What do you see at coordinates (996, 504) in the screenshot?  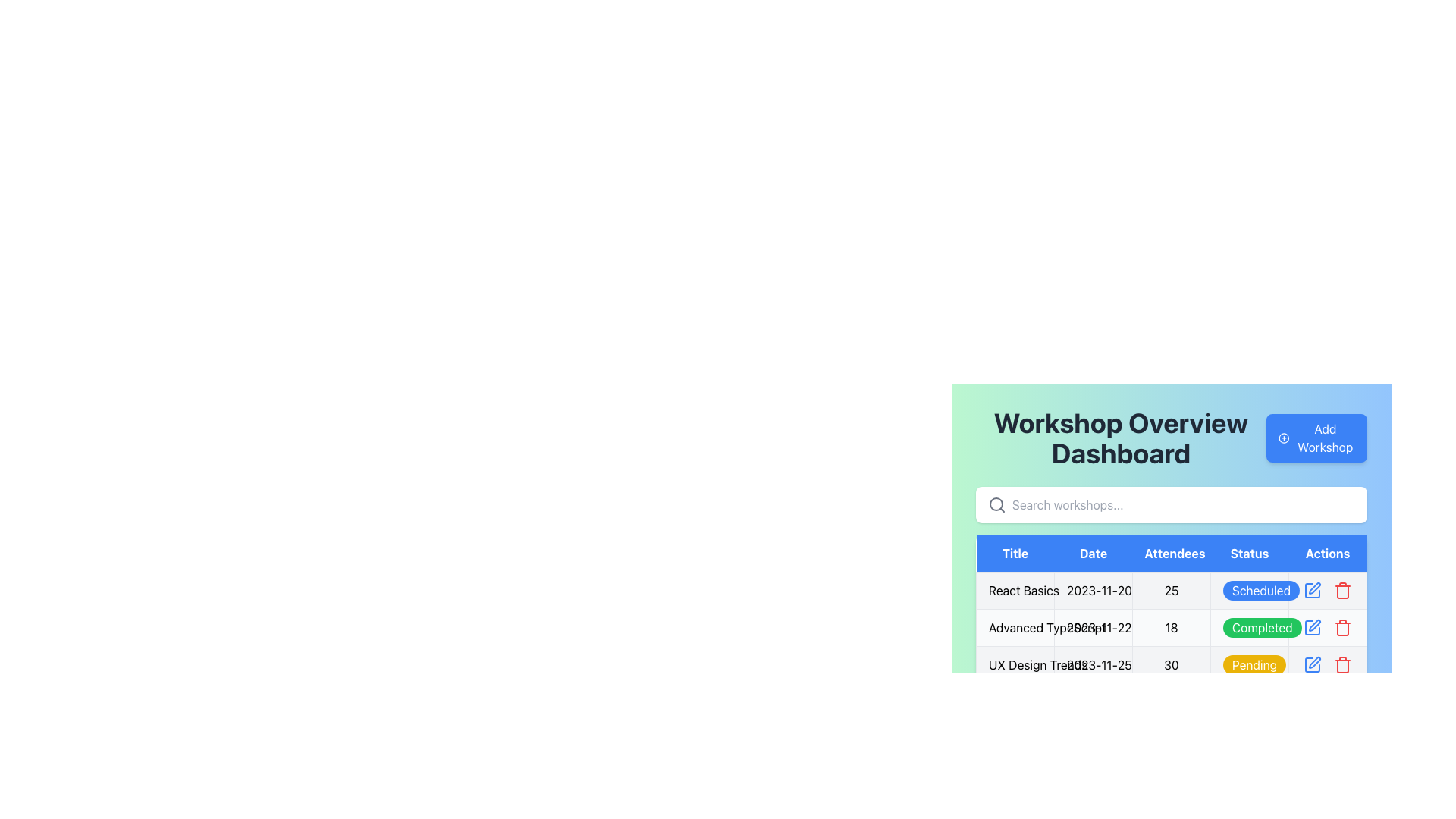 I see `the central circular shape of the magnifying glass icon located to the left of the 'Search workshops...' text in the search bar below the 'Workshop Overview Dashboard' header` at bounding box center [996, 504].